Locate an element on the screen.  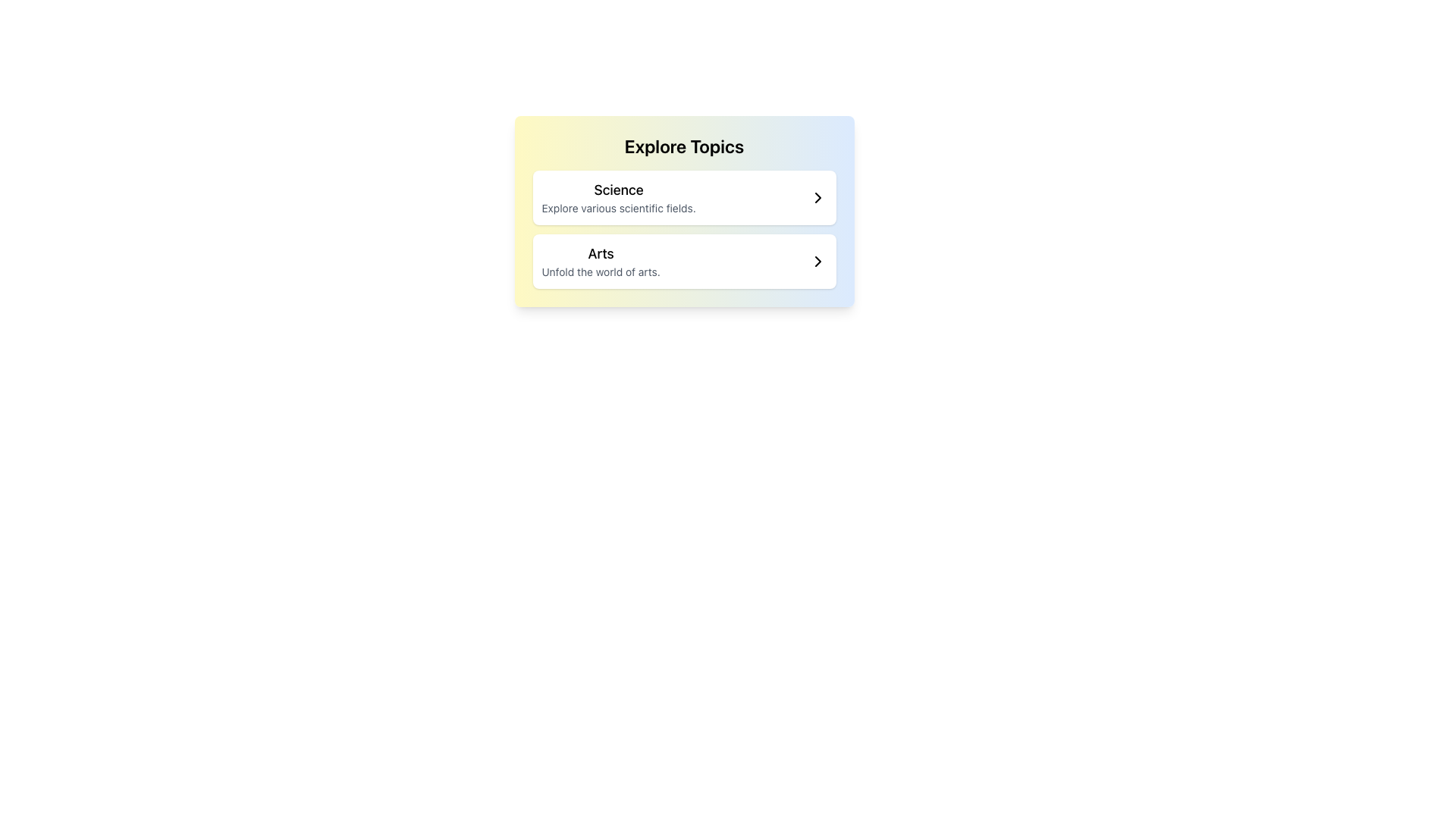
text block titled 'Arts' that contains the lines 'Arts' and 'Unfold the world of arts.' positioned within the second card under the header 'Explore Topics.' is located at coordinates (600, 260).